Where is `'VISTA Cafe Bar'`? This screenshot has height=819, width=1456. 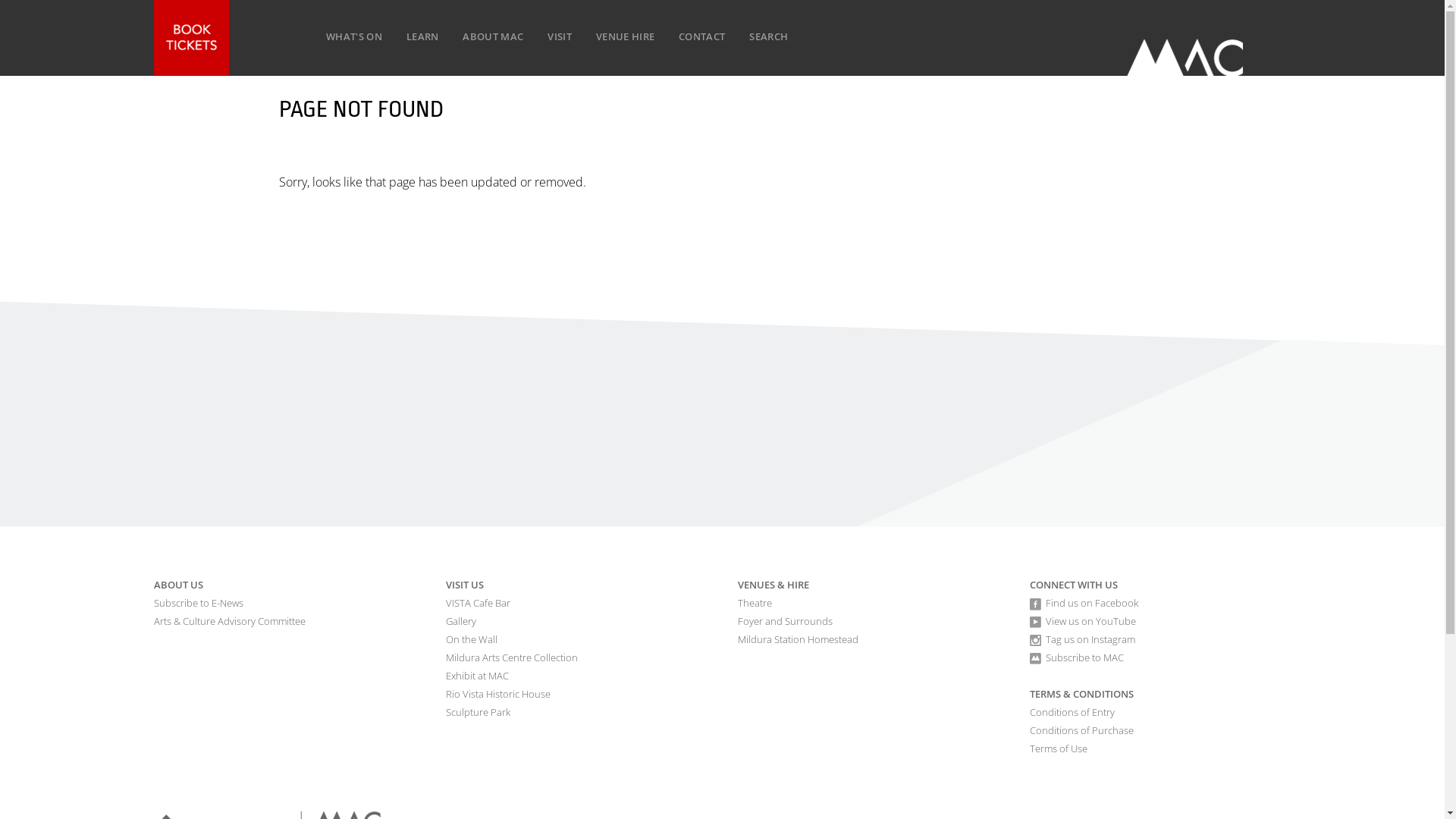 'VISTA Cafe Bar' is located at coordinates (477, 601).